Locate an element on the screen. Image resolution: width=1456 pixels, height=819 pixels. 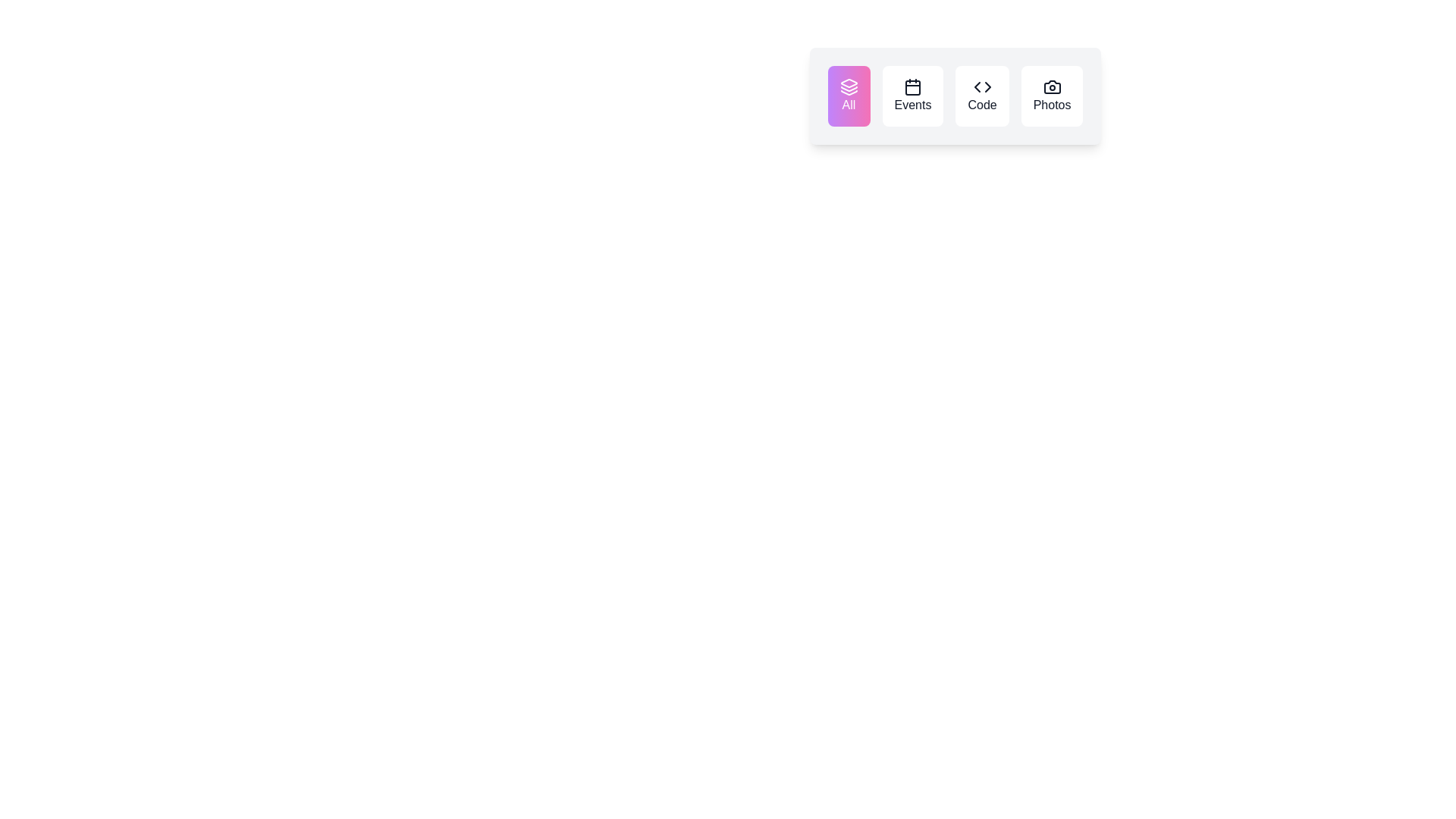
the 'Photos' button, which features a camera icon above the label and is located on the far right of the button group is located at coordinates (1051, 96).